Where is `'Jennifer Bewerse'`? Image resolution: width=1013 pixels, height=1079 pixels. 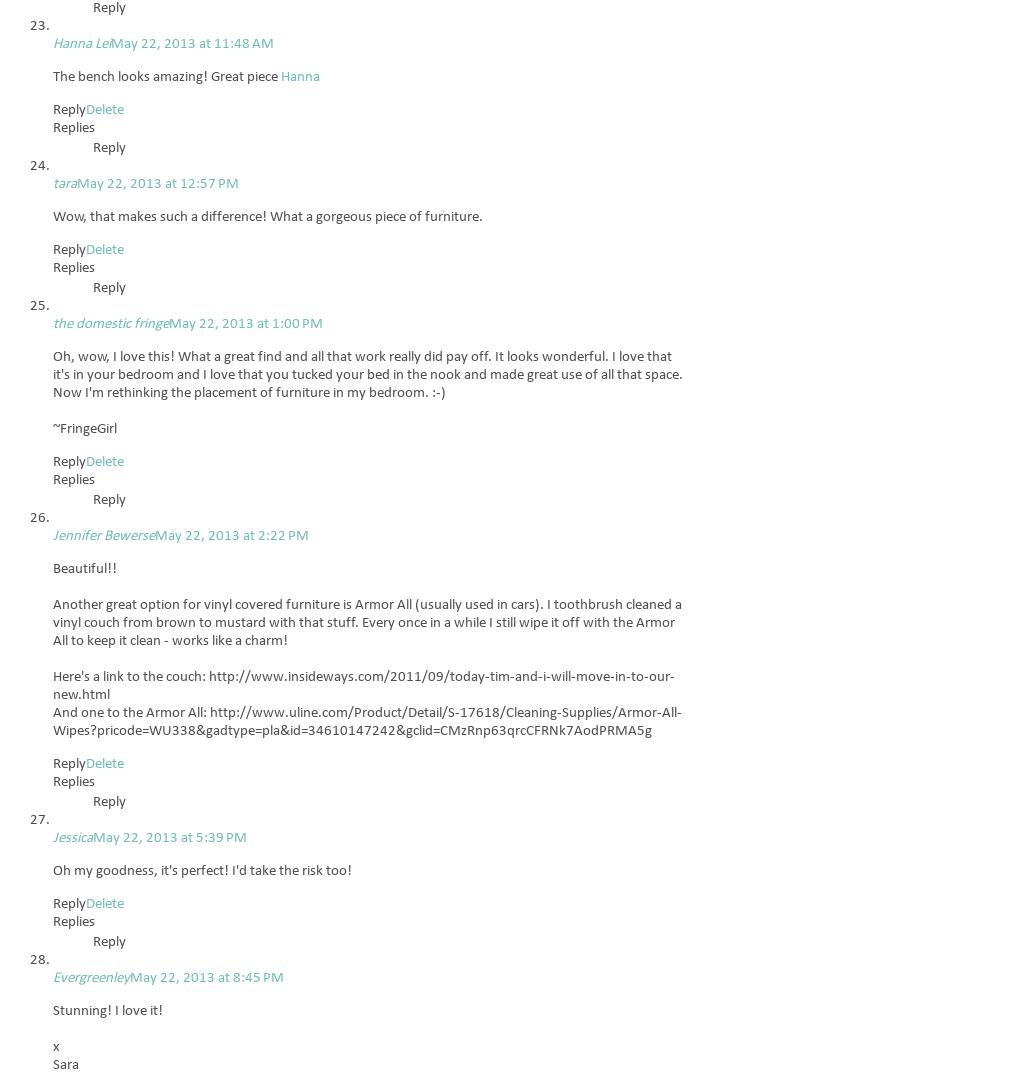
'Jennifer Bewerse' is located at coordinates (104, 536).